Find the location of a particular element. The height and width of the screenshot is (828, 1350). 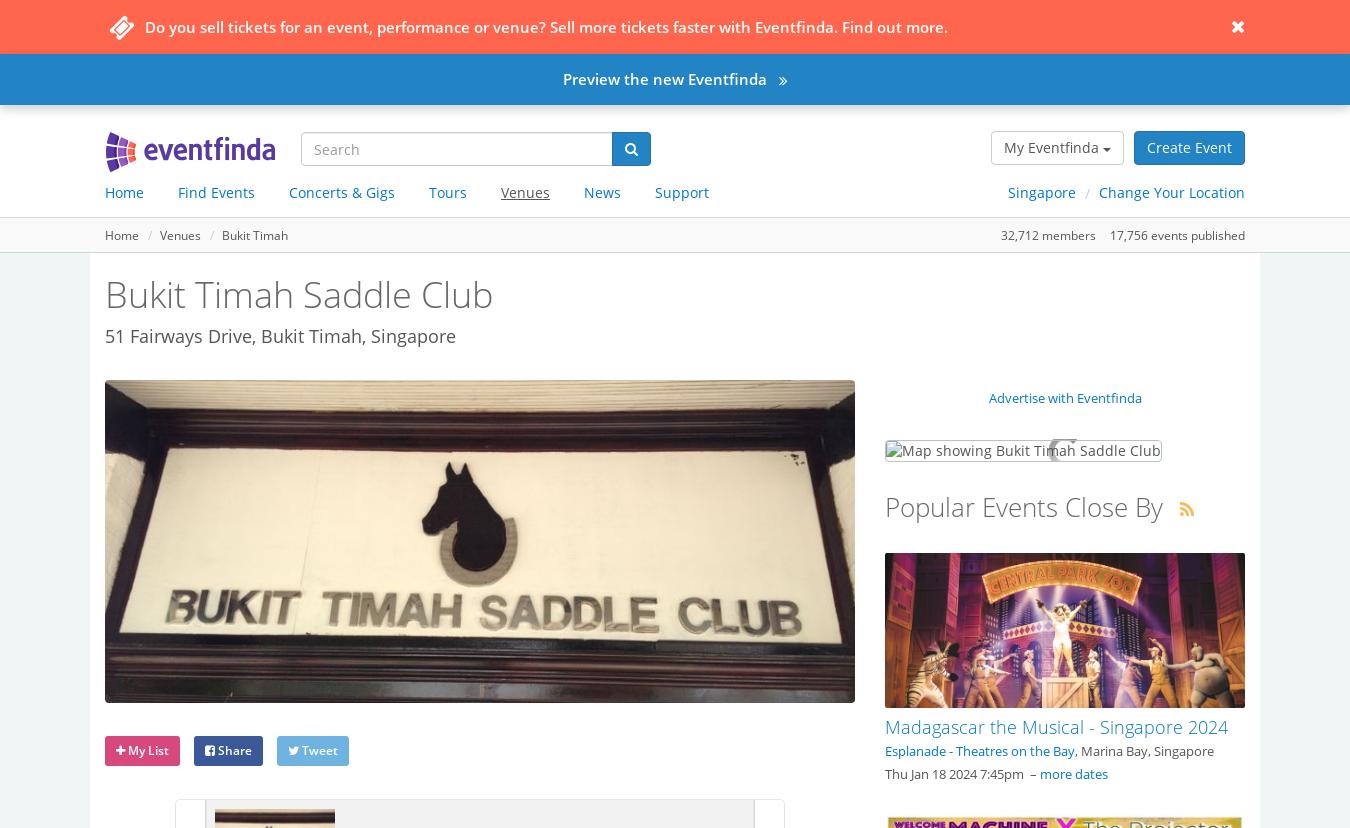

'Thu Jan 18 2024 7:45pm' is located at coordinates (885, 773).